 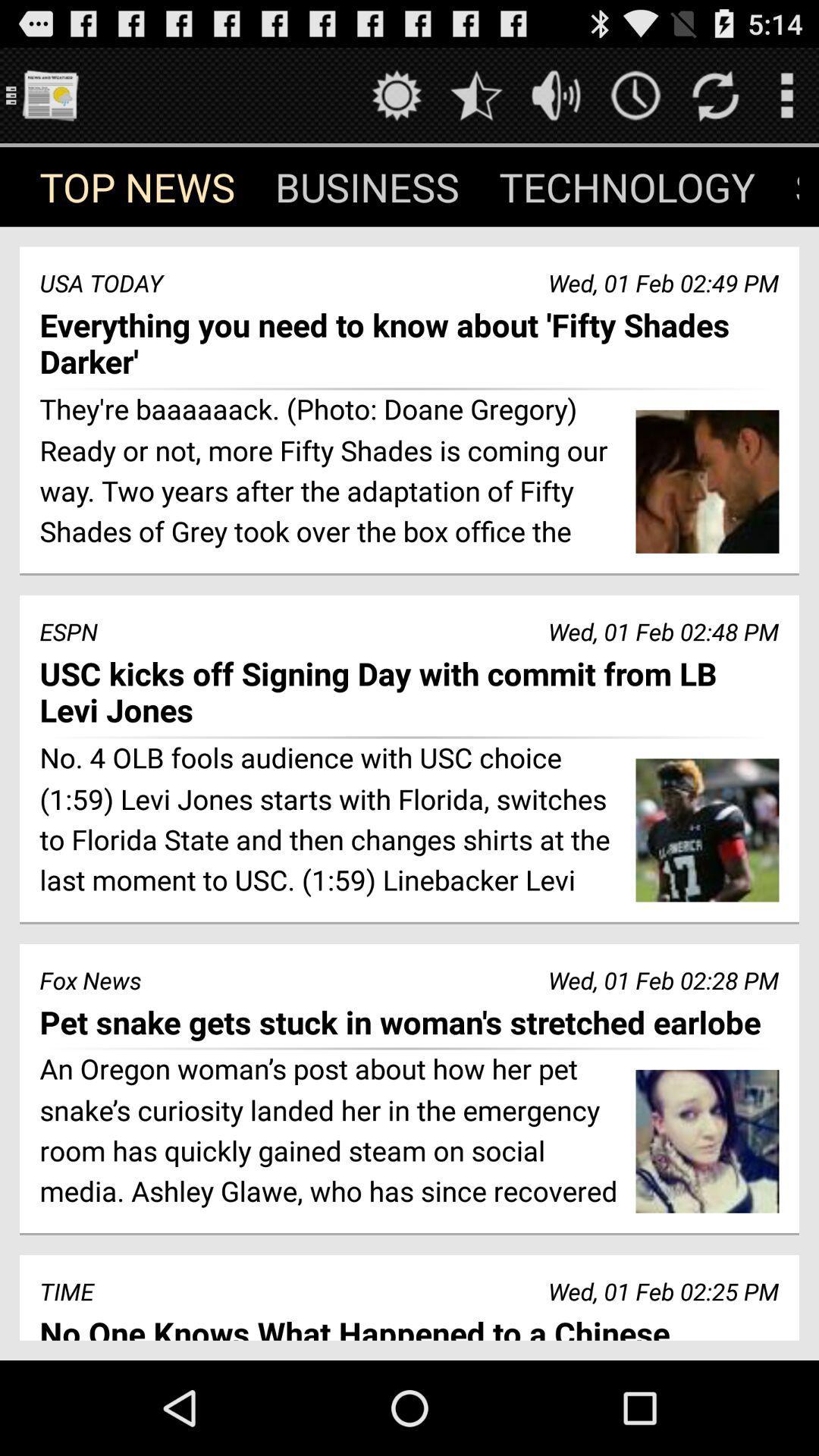 What do you see at coordinates (786, 94) in the screenshot?
I see `expand menu` at bounding box center [786, 94].